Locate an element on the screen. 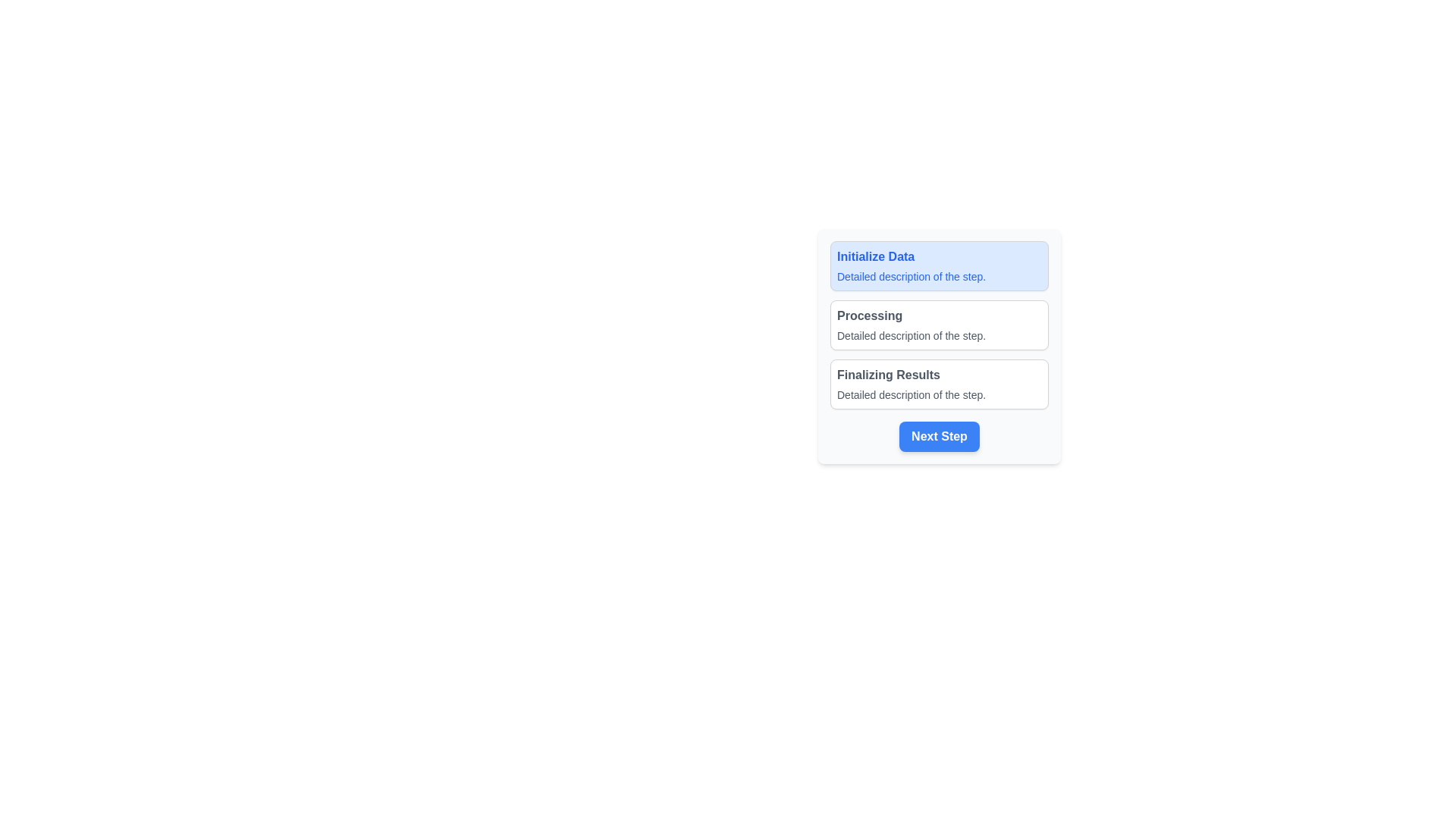 The width and height of the screenshot is (1456, 819). the text snippet that reads 'Detailed description of the step.' located below the bold title 'Initialize Data.' is located at coordinates (938, 277).